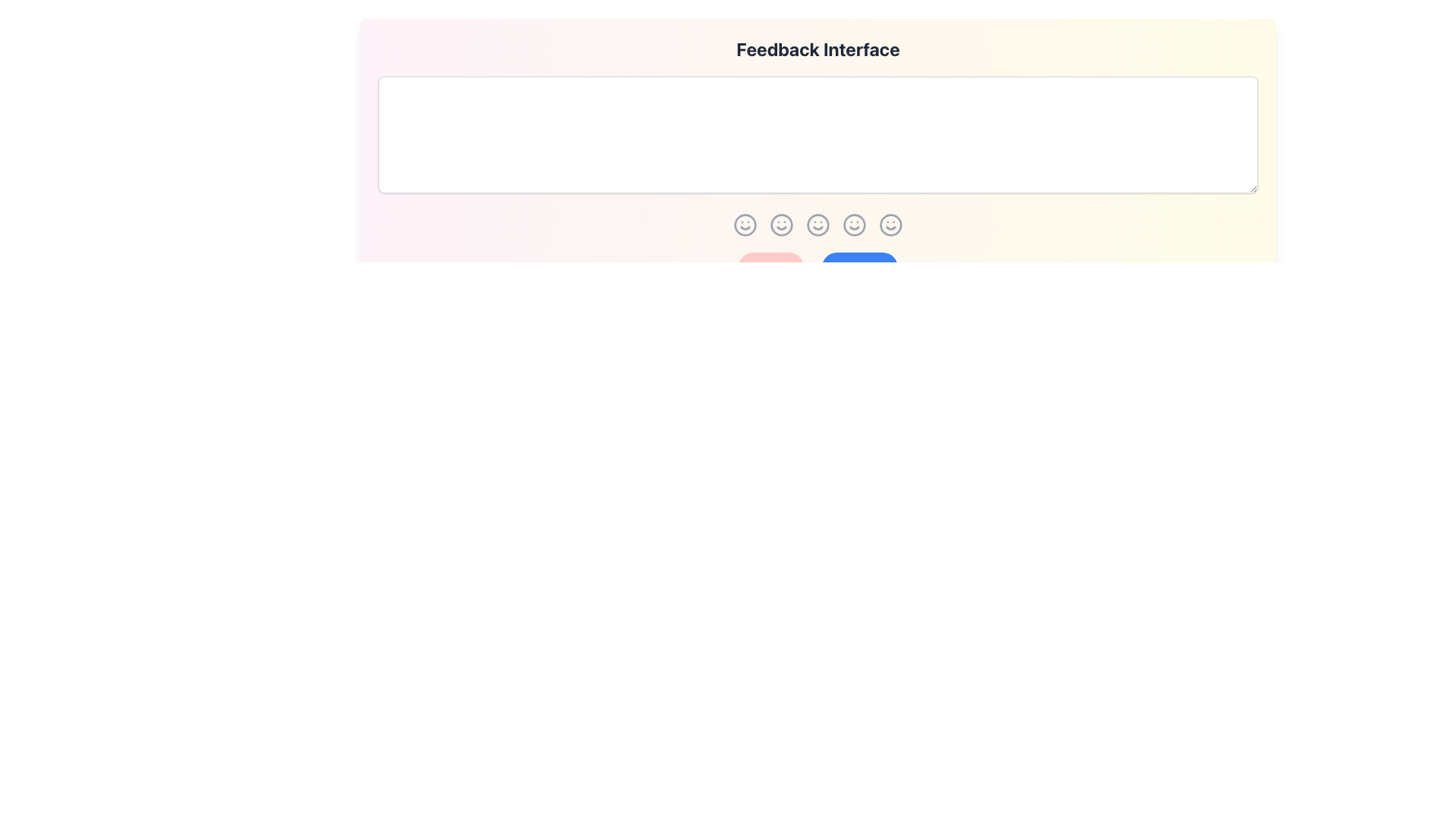 Image resolution: width=1456 pixels, height=819 pixels. I want to click on the fifth feedback emoji circle located at the bottom-central part of the feedback interface, so click(891, 225).